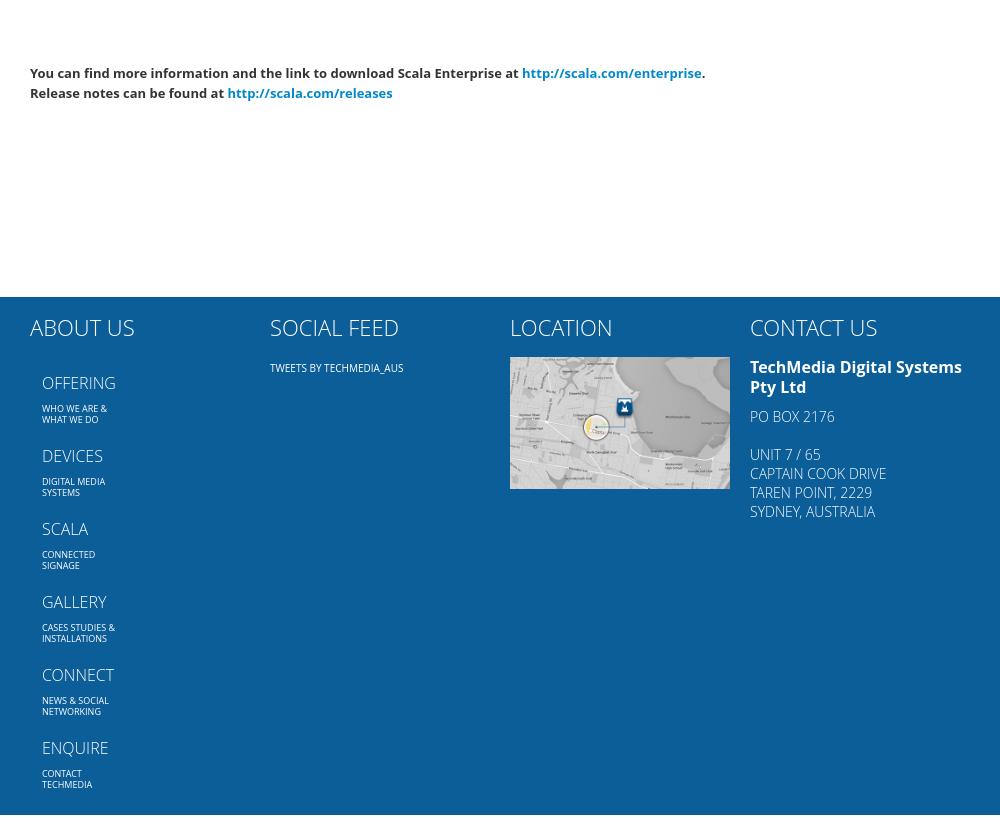 This screenshot has height=833, width=1000. Describe the element at coordinates (81, 326) in the screenshot. I see `'About Us'` at that location.